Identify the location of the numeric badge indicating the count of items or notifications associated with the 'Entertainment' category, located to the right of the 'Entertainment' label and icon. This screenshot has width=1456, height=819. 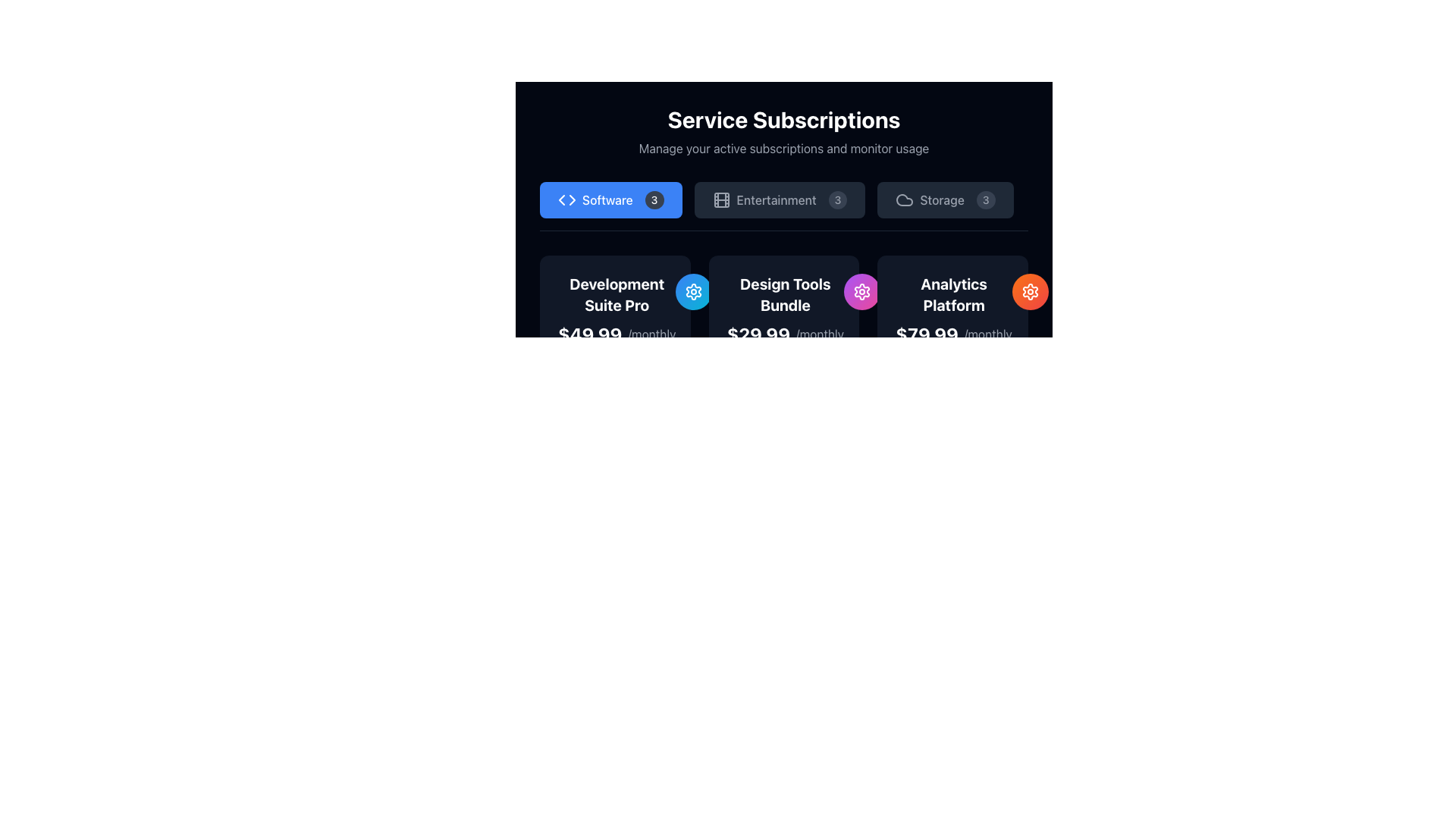
(836, 199).